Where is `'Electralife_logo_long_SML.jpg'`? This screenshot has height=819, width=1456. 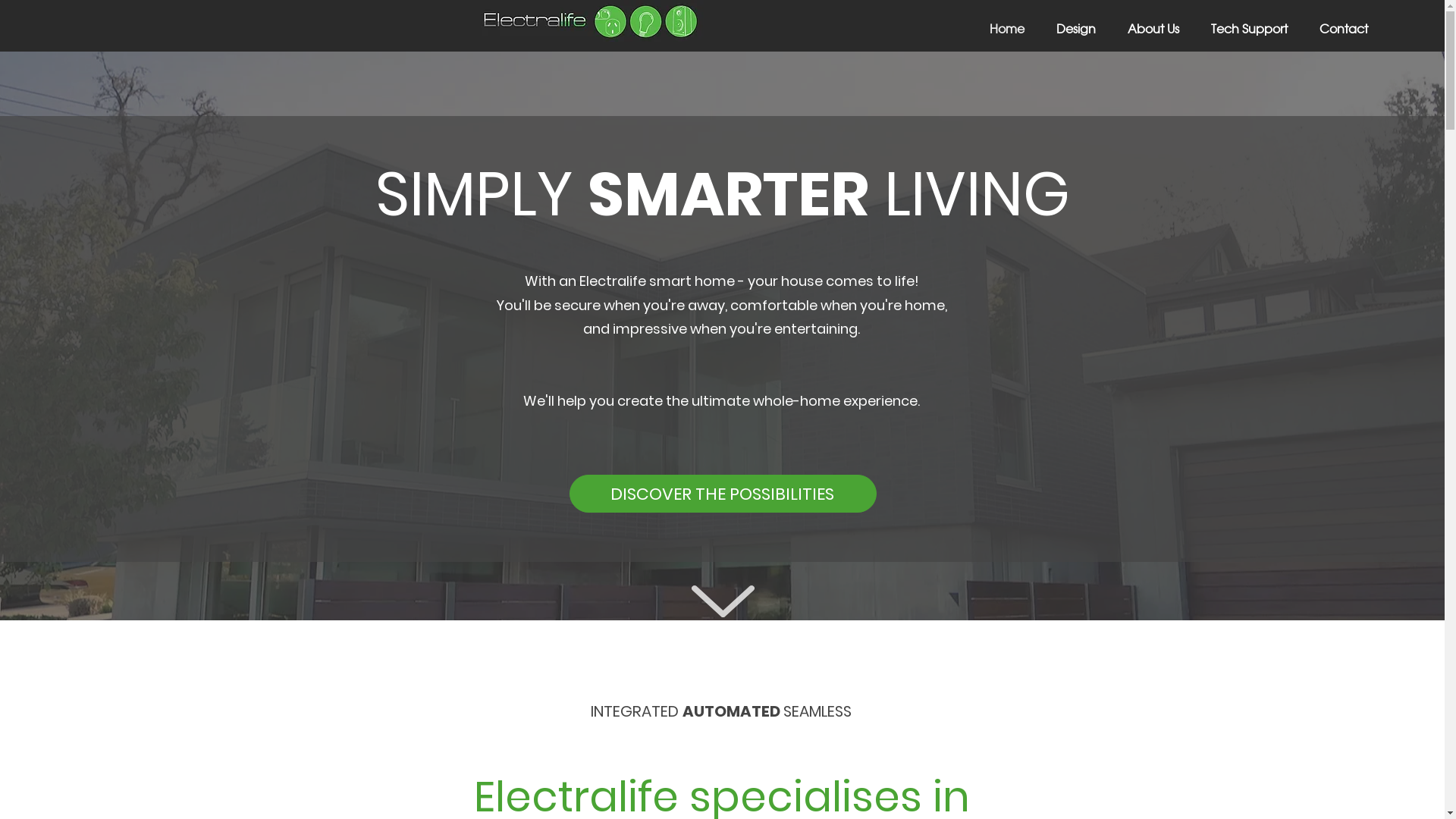
'Electralife_logo_long_SML.jpg' is located at coordinates (589, 20).